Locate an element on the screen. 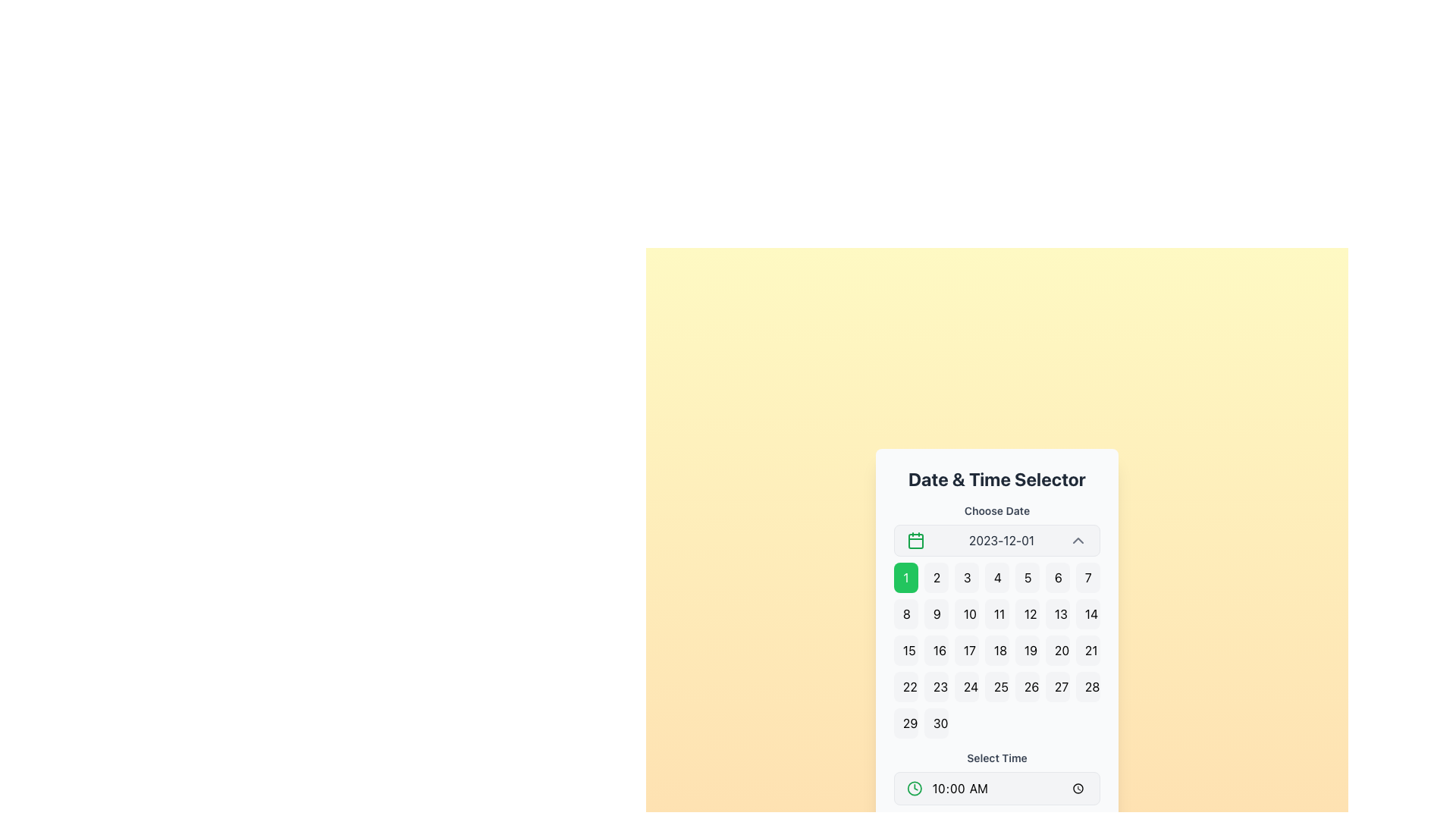 Image resolution: width=1456 pixels, height=819 pixels. the button displaying the number '17' in black text with a light gray background is located at coordinates (966, 649).